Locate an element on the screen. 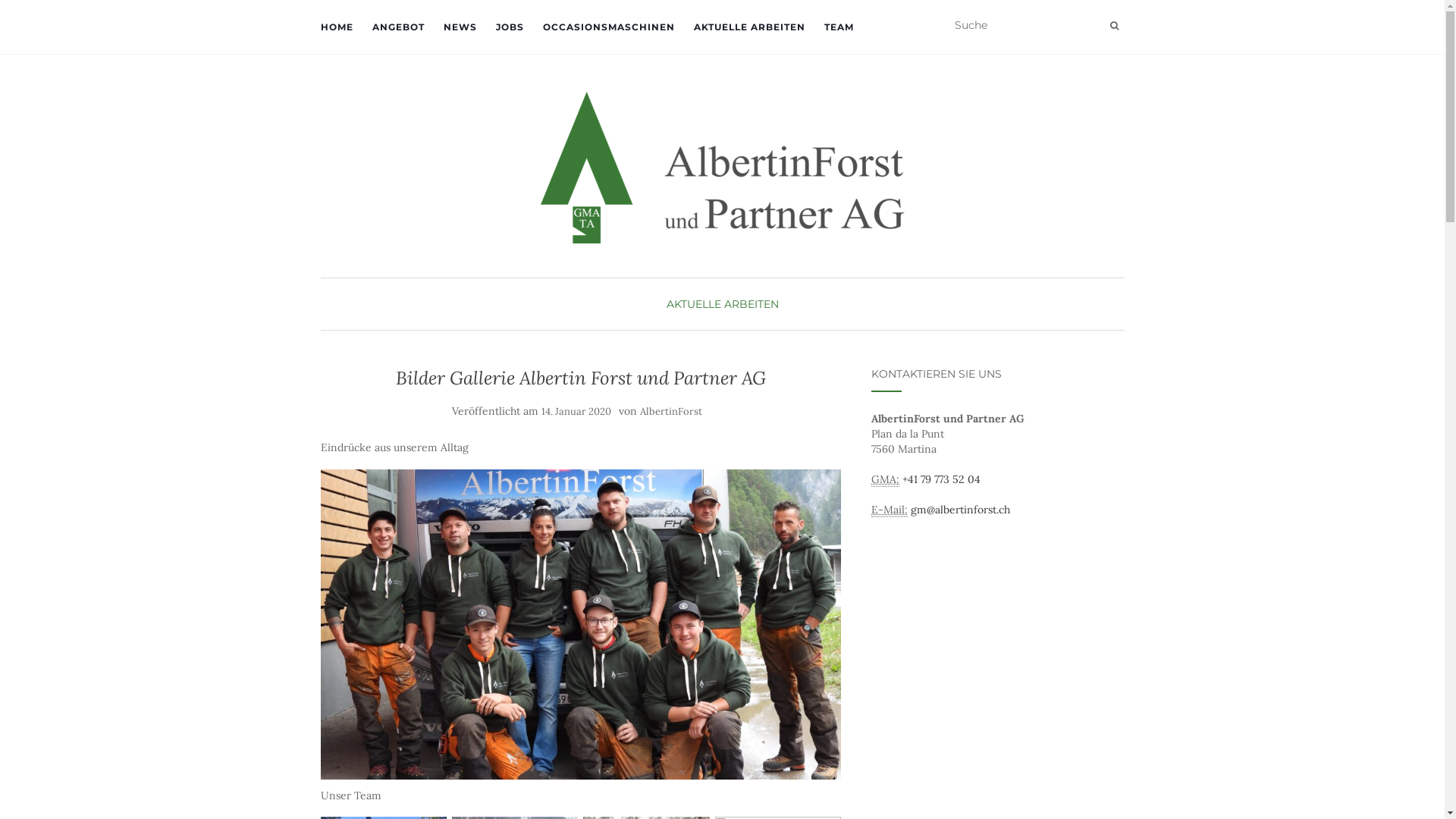 The height and width of the screenshot is (819, 1456). 'AlbertinForst' is located at coordinates (670, 411).